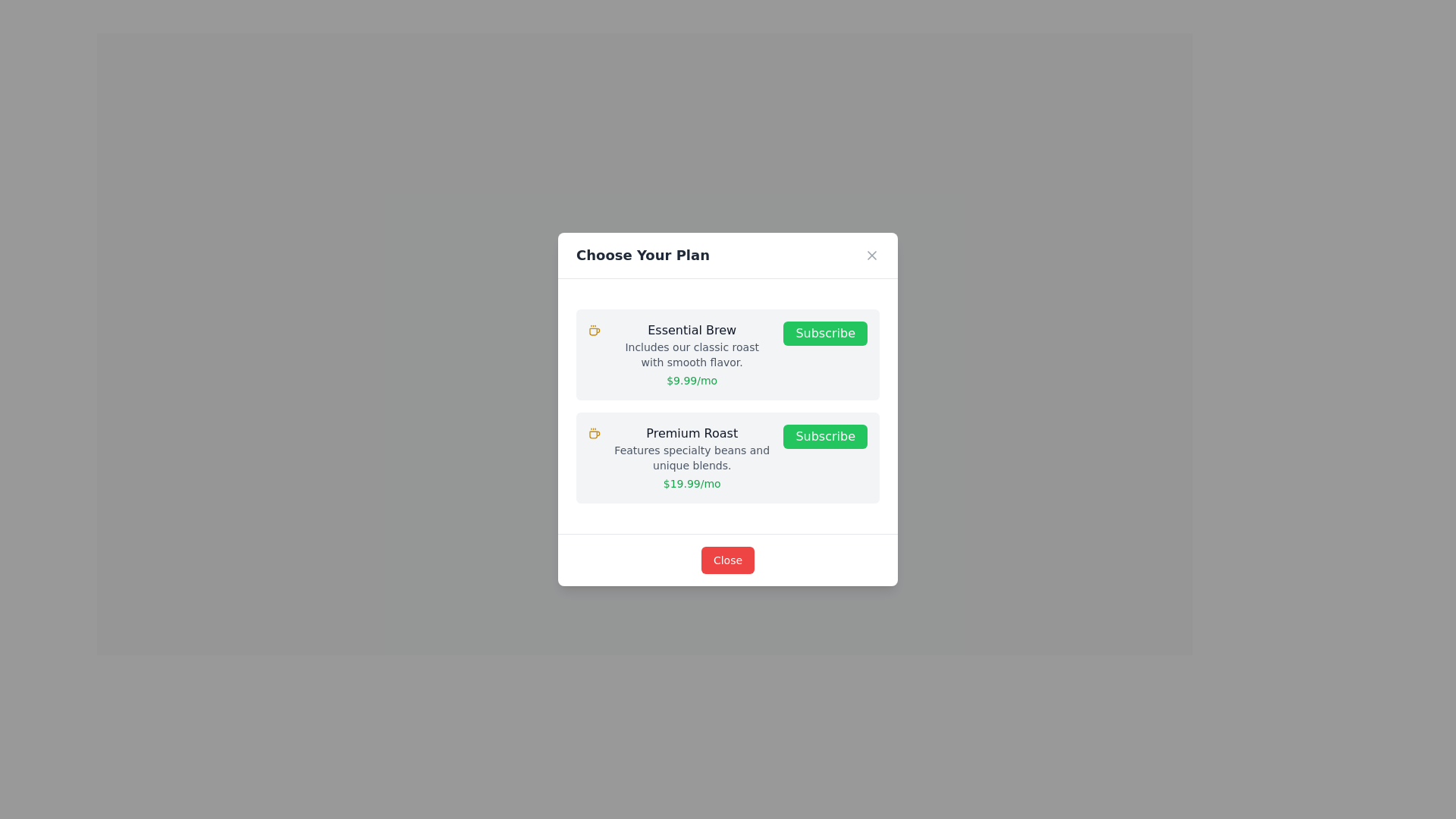 The width and height of the screenshot is (1456, 819). Describe the element at coordinates (691, 379) in the screenshot. I see `the pricing information text for the 'Essential Brew' plan, located just below the descriptive text in the dialog box` at that location.